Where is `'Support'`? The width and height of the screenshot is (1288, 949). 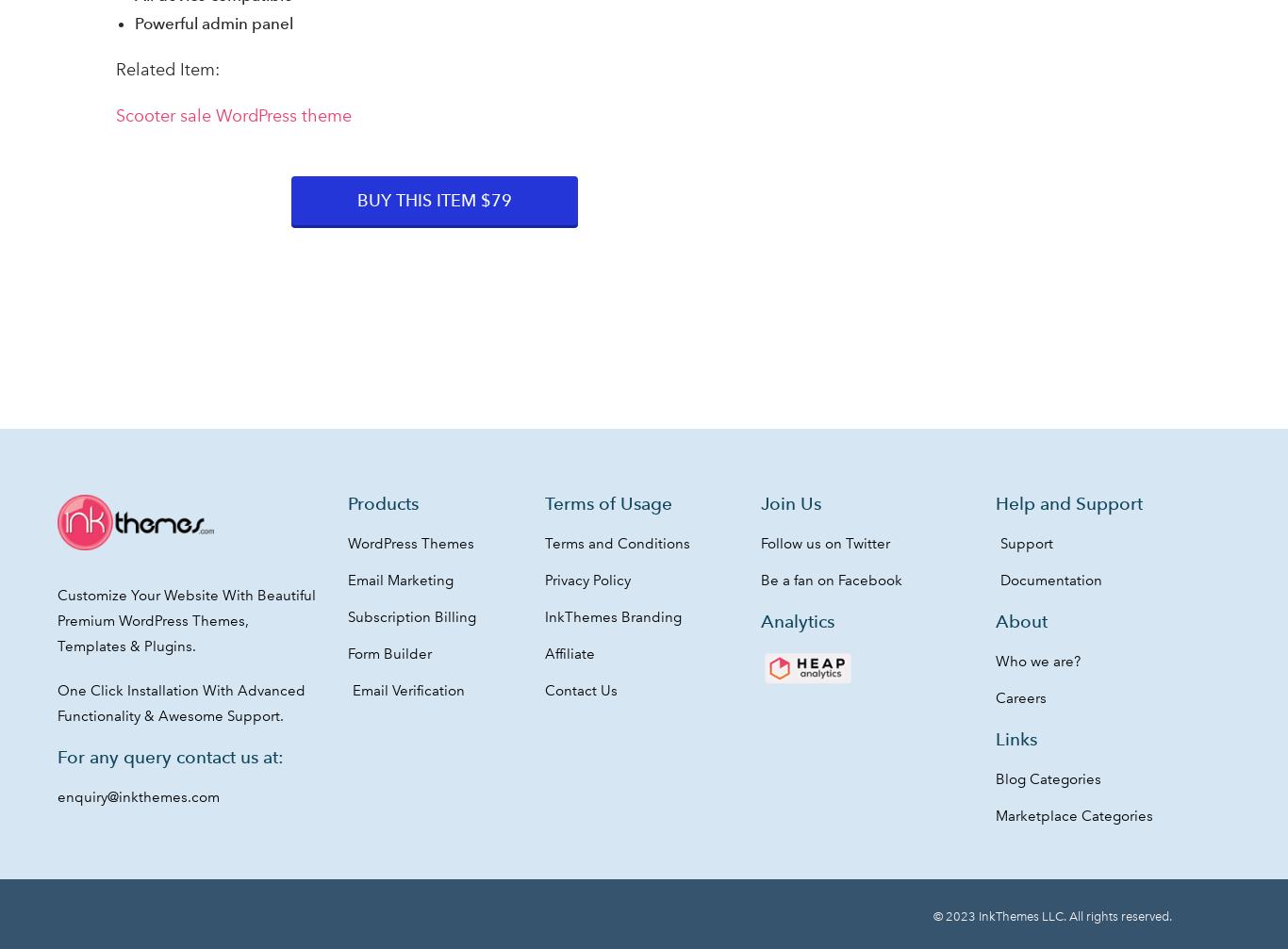 'Support' is located at coordinates (1025, 543).